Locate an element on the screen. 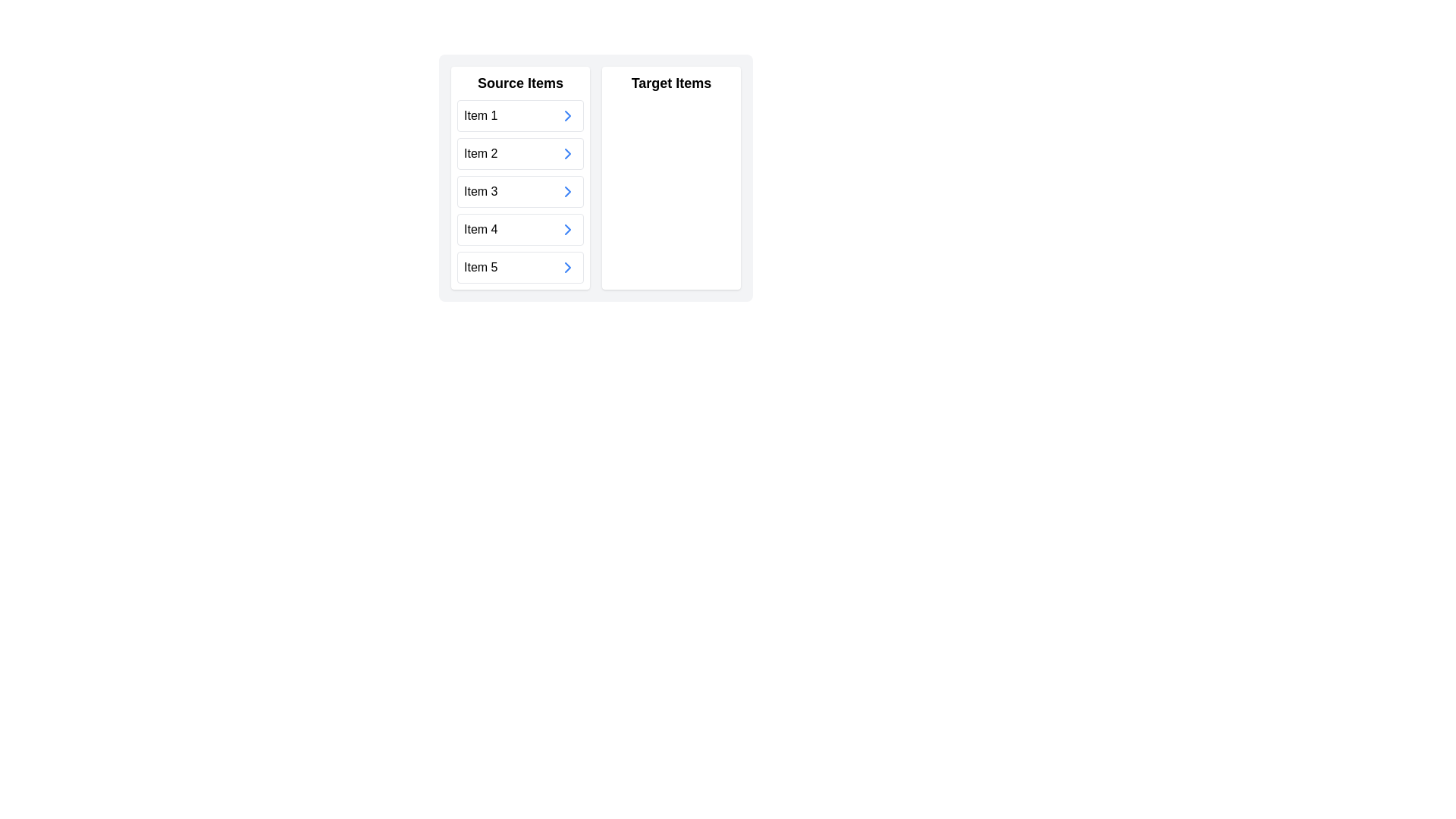 The width and height of the screenshot is (1456, 819). the icon button associated with 'Item 4' to observe a color change to darker blue is located at coordinates (566, 230).